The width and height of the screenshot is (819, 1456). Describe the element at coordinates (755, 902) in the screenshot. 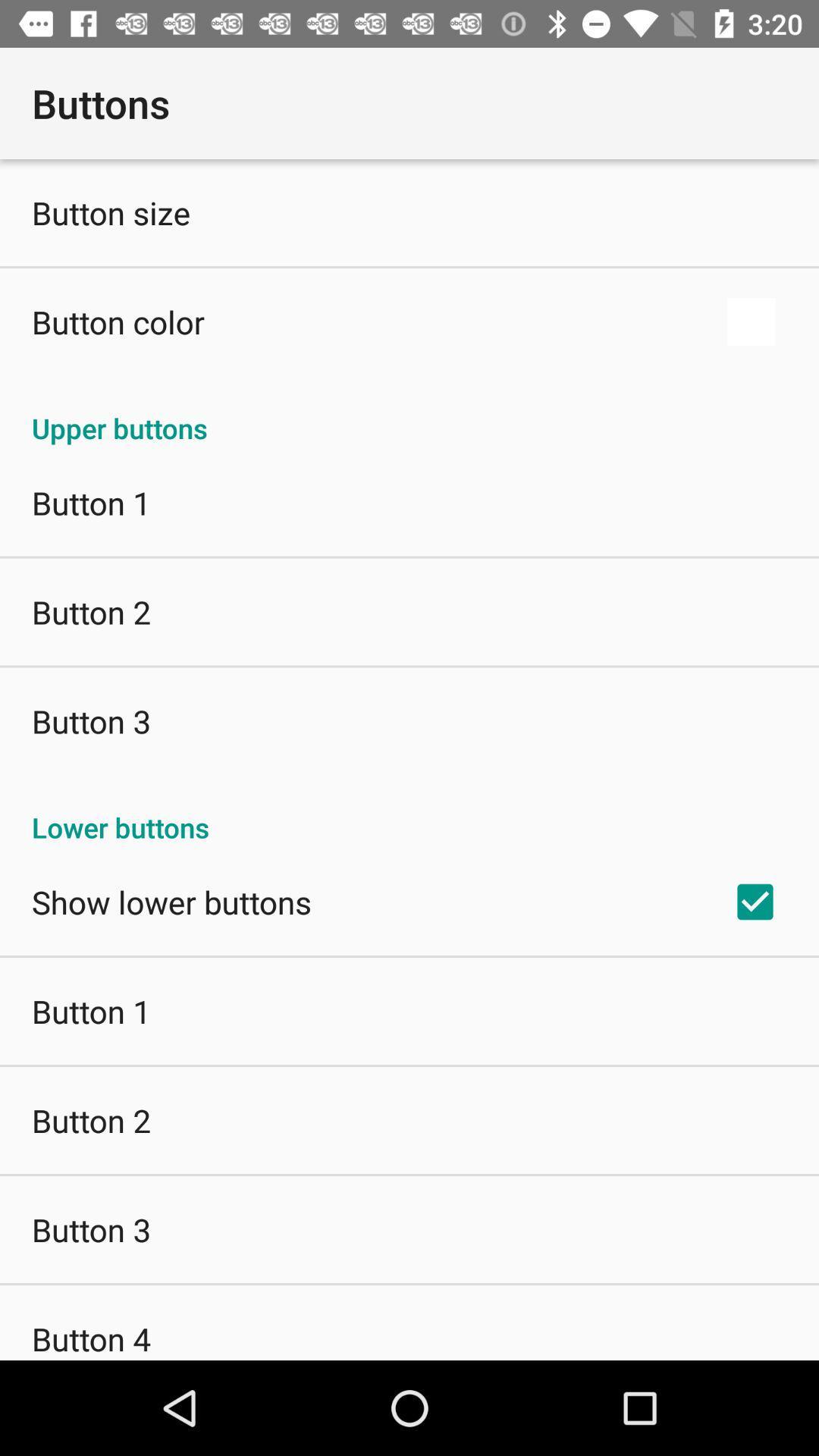

I see `the icon next to the show lower buttons app` at that location.